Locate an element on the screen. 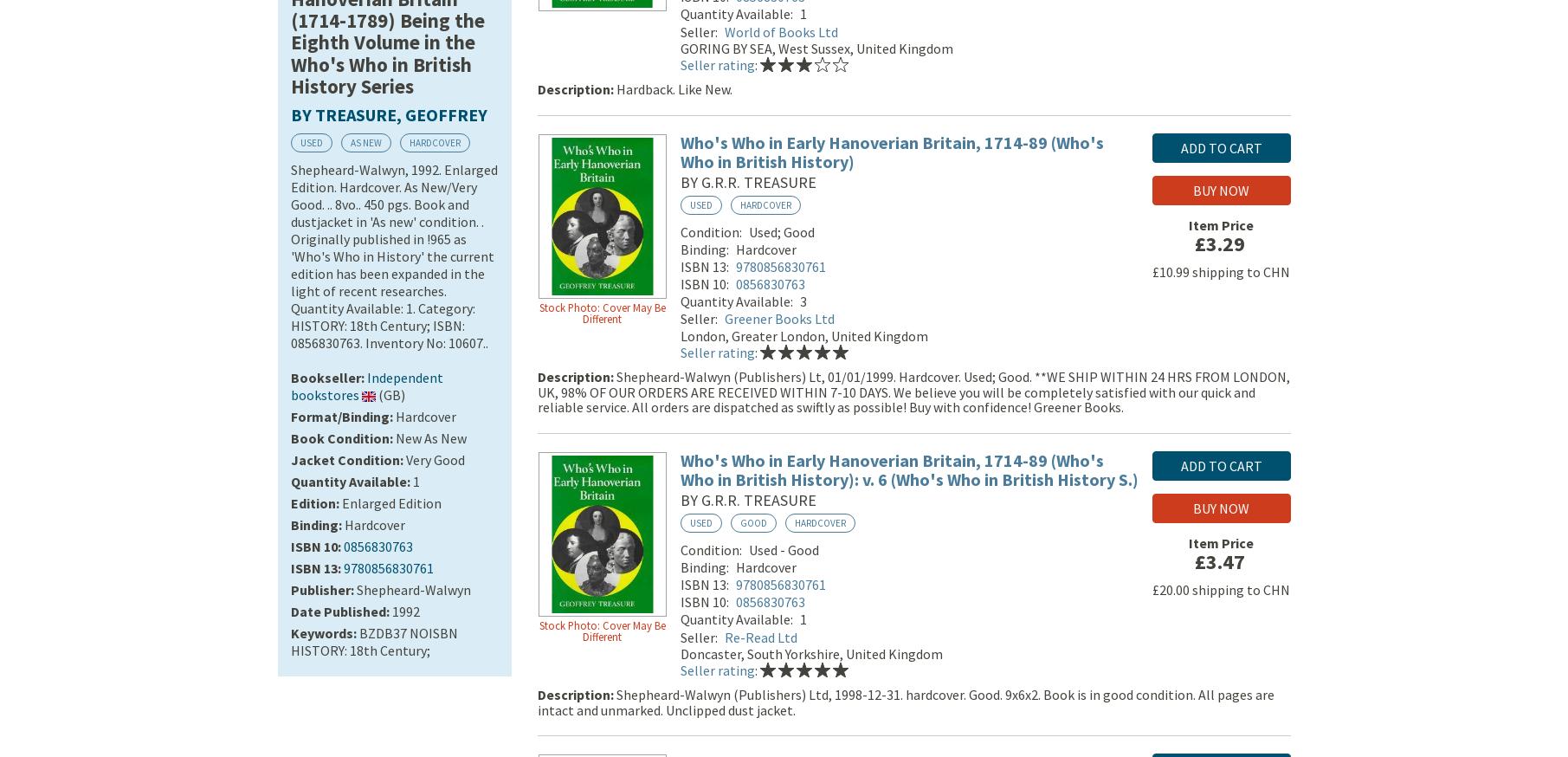 This screenshot has height=757, width=1568. 'Publisher' is located at coordinates (319, 593).